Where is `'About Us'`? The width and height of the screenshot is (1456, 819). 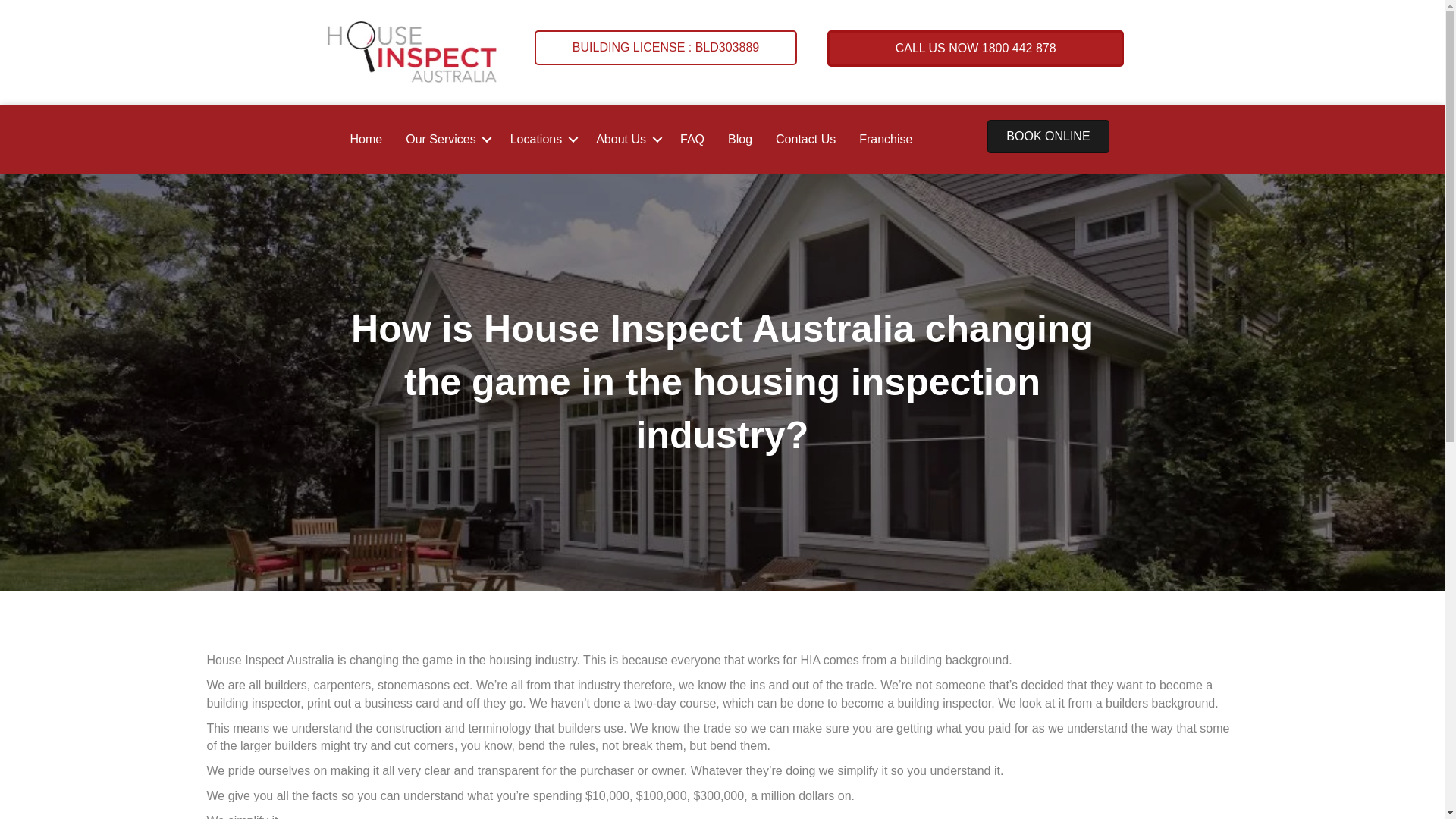
'About Us' is located at coordinates (626, 139).